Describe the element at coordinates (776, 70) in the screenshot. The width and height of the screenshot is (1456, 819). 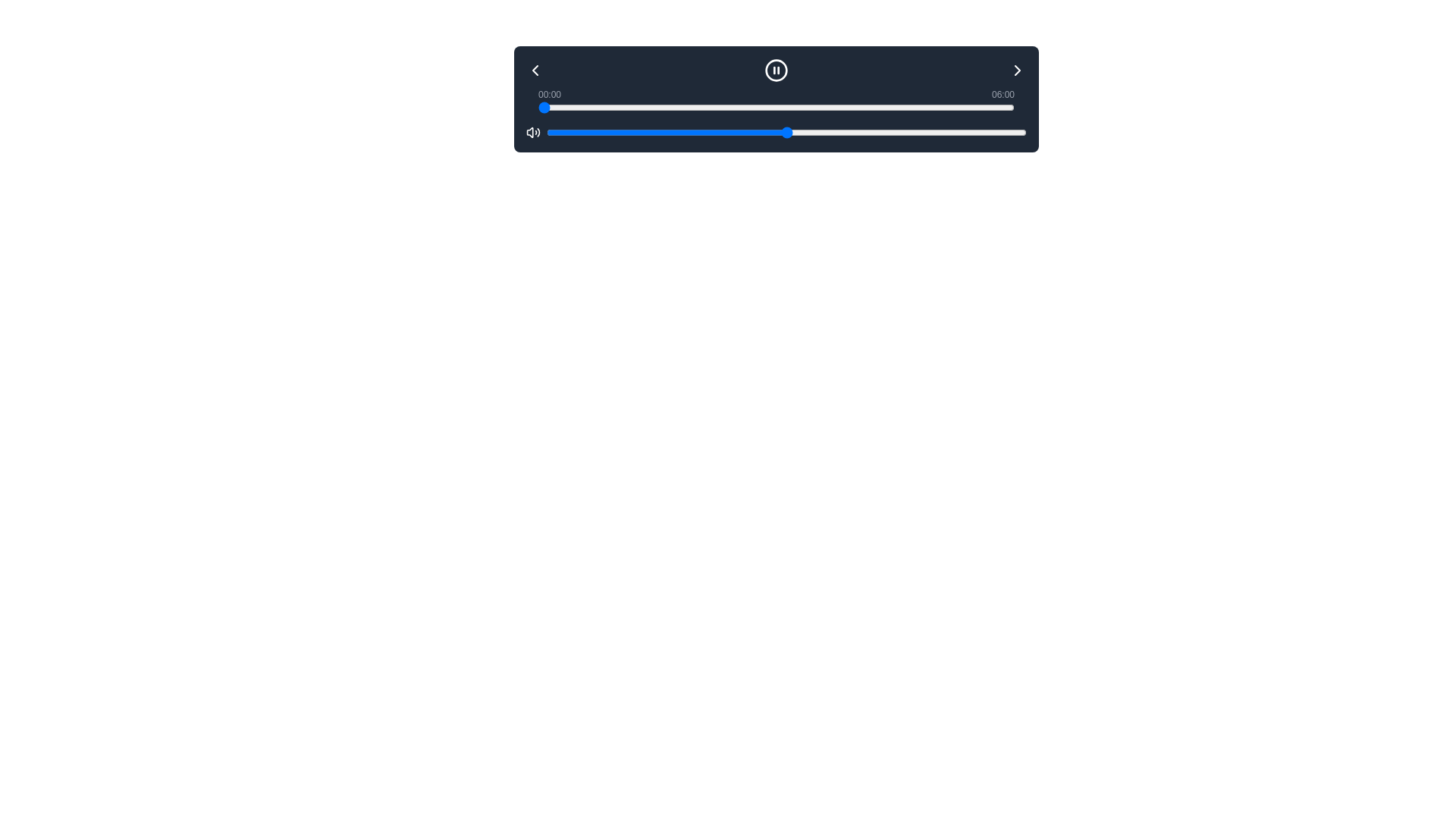
I see `the circular white pause button located against a dark background` at that location.